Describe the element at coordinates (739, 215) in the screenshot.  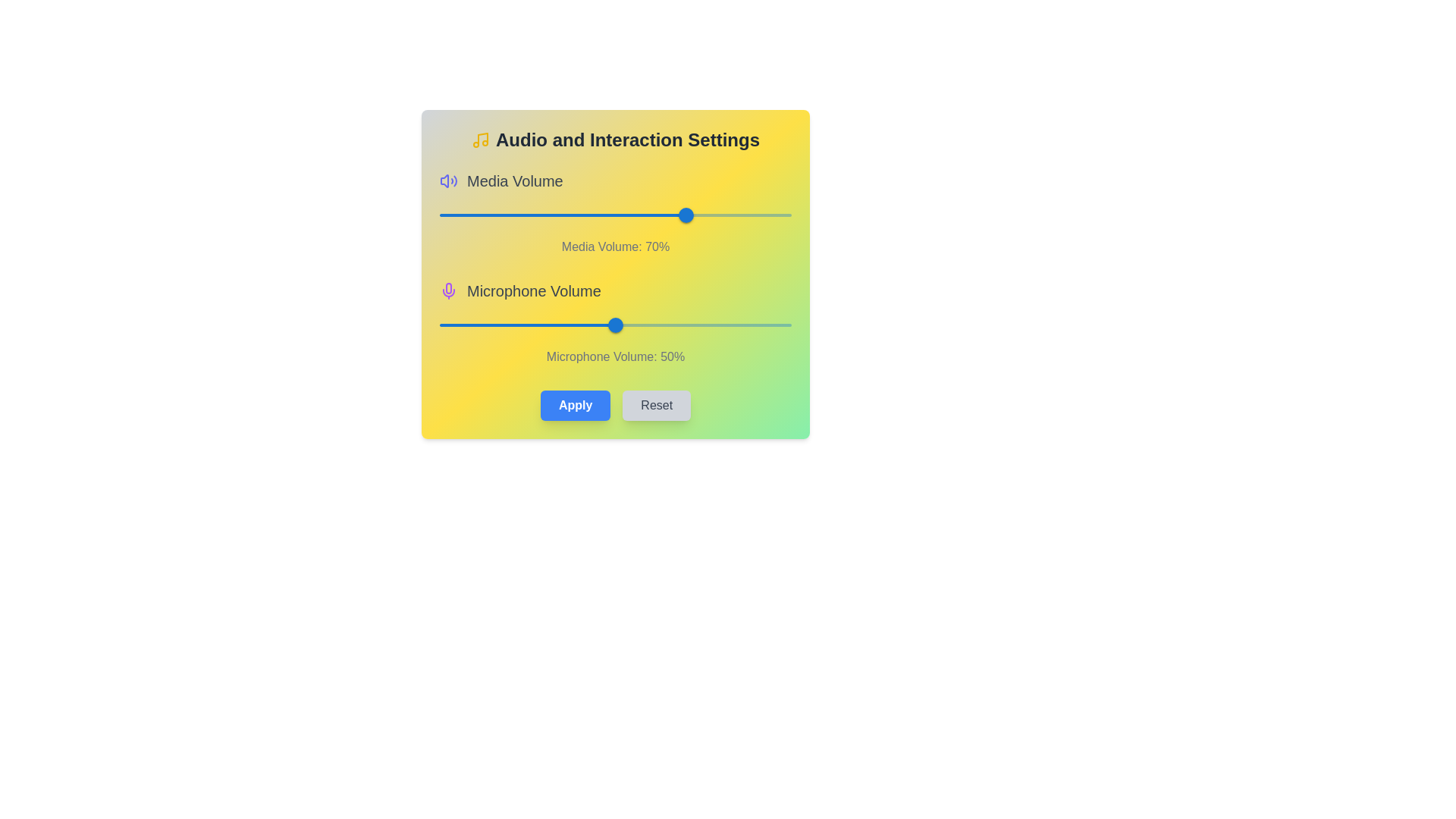
I see `the slider value` at that location.